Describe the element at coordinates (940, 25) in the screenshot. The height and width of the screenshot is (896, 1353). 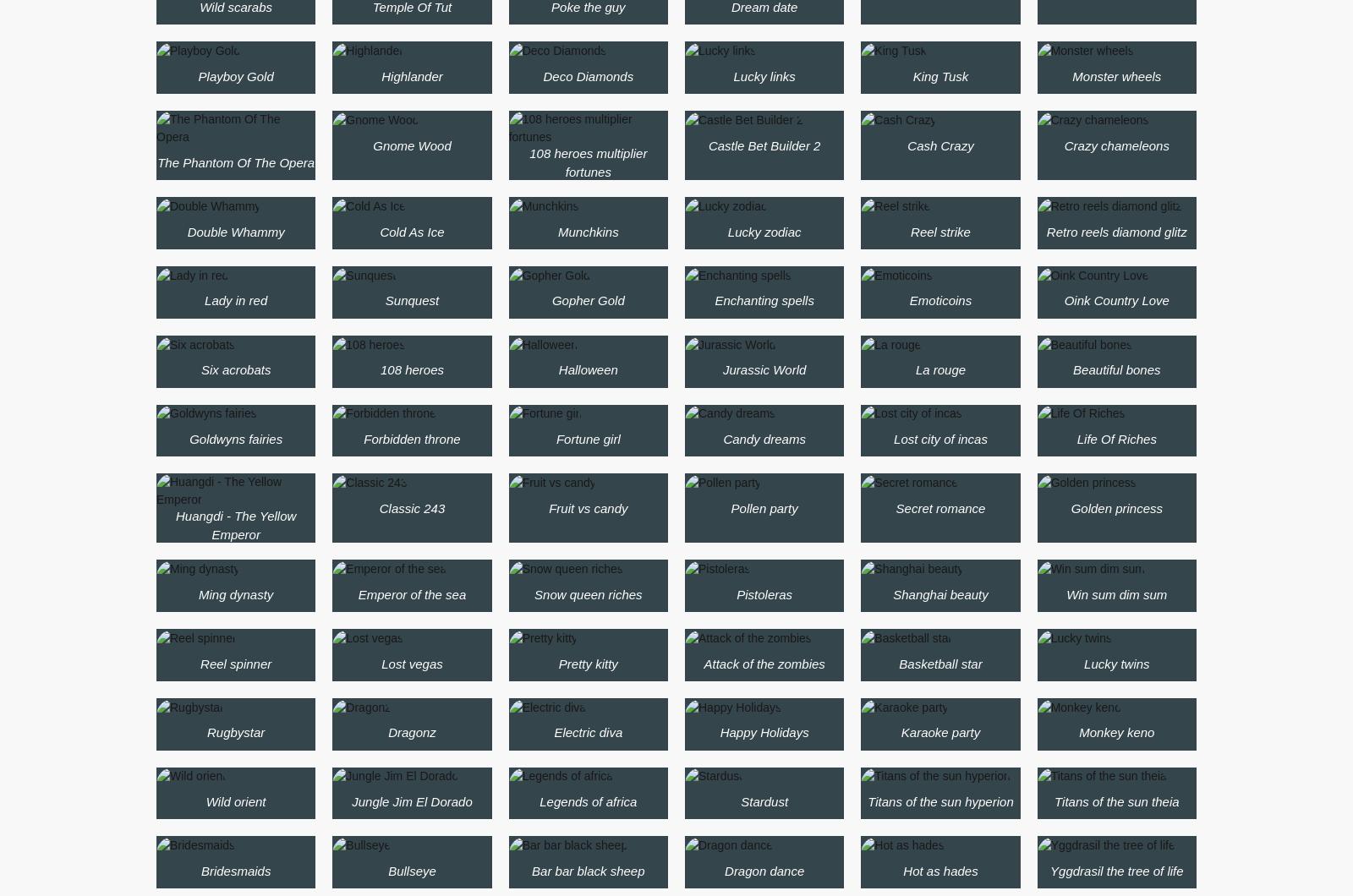
I see `'Aces and faces 4 play power poker'` at that location.